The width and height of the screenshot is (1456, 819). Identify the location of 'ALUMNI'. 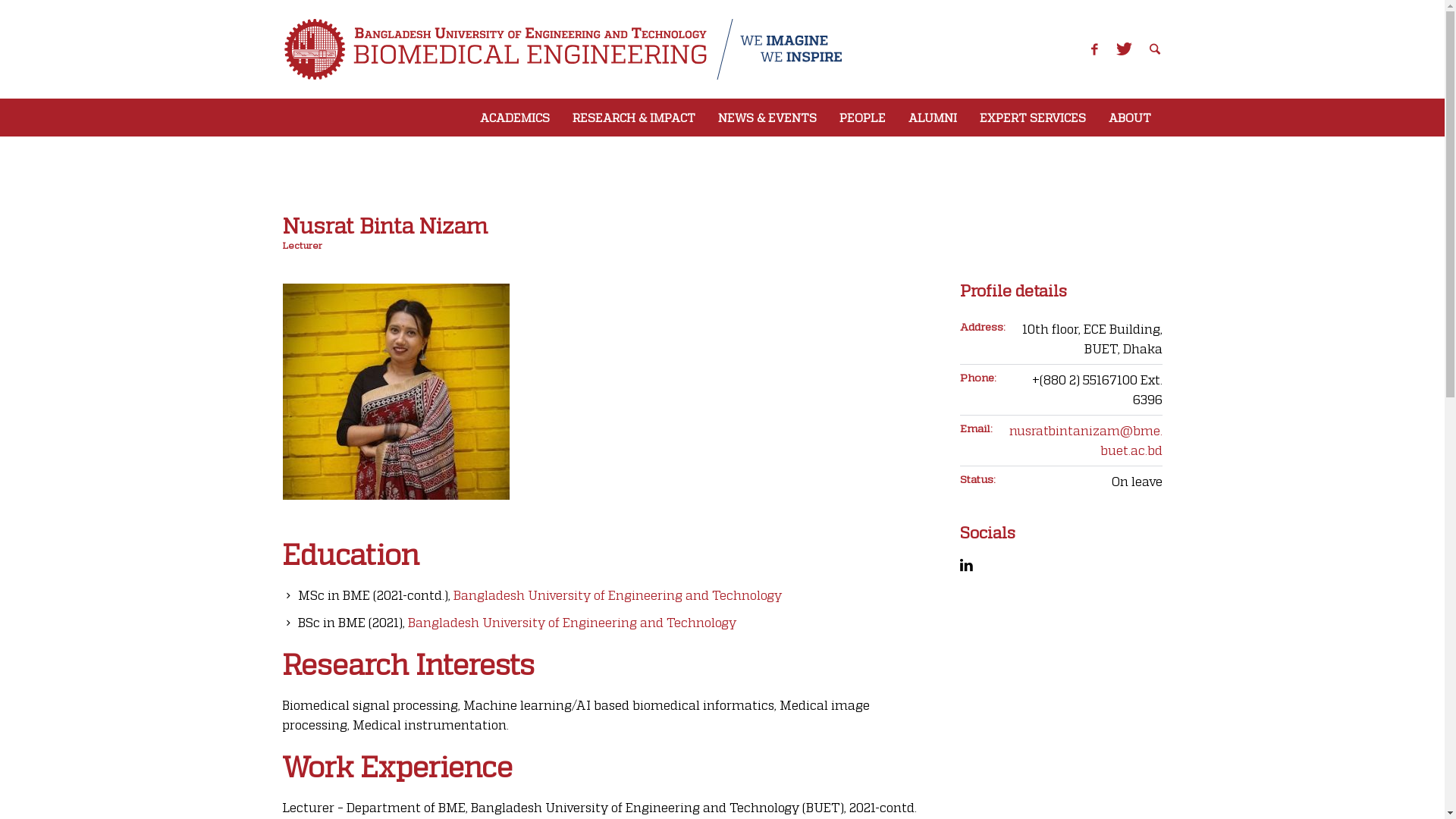
(930, 116).